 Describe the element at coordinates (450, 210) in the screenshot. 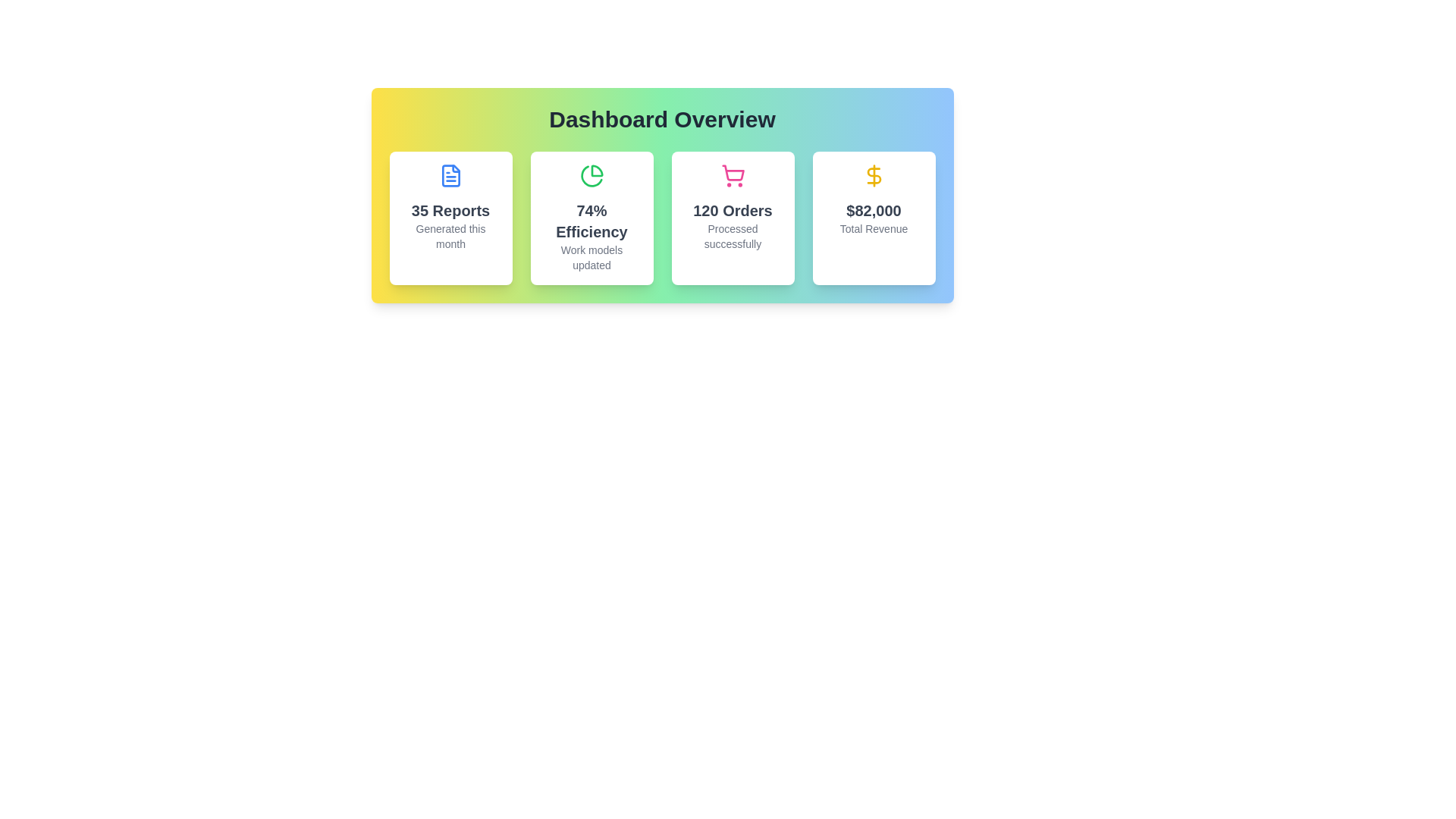

I see `the text label displaying '35 Reports', which is a large bold dark gray text positioned centrally in the leftmost summary card, located above 'Generated this month' and below a blue document icon` at that location.